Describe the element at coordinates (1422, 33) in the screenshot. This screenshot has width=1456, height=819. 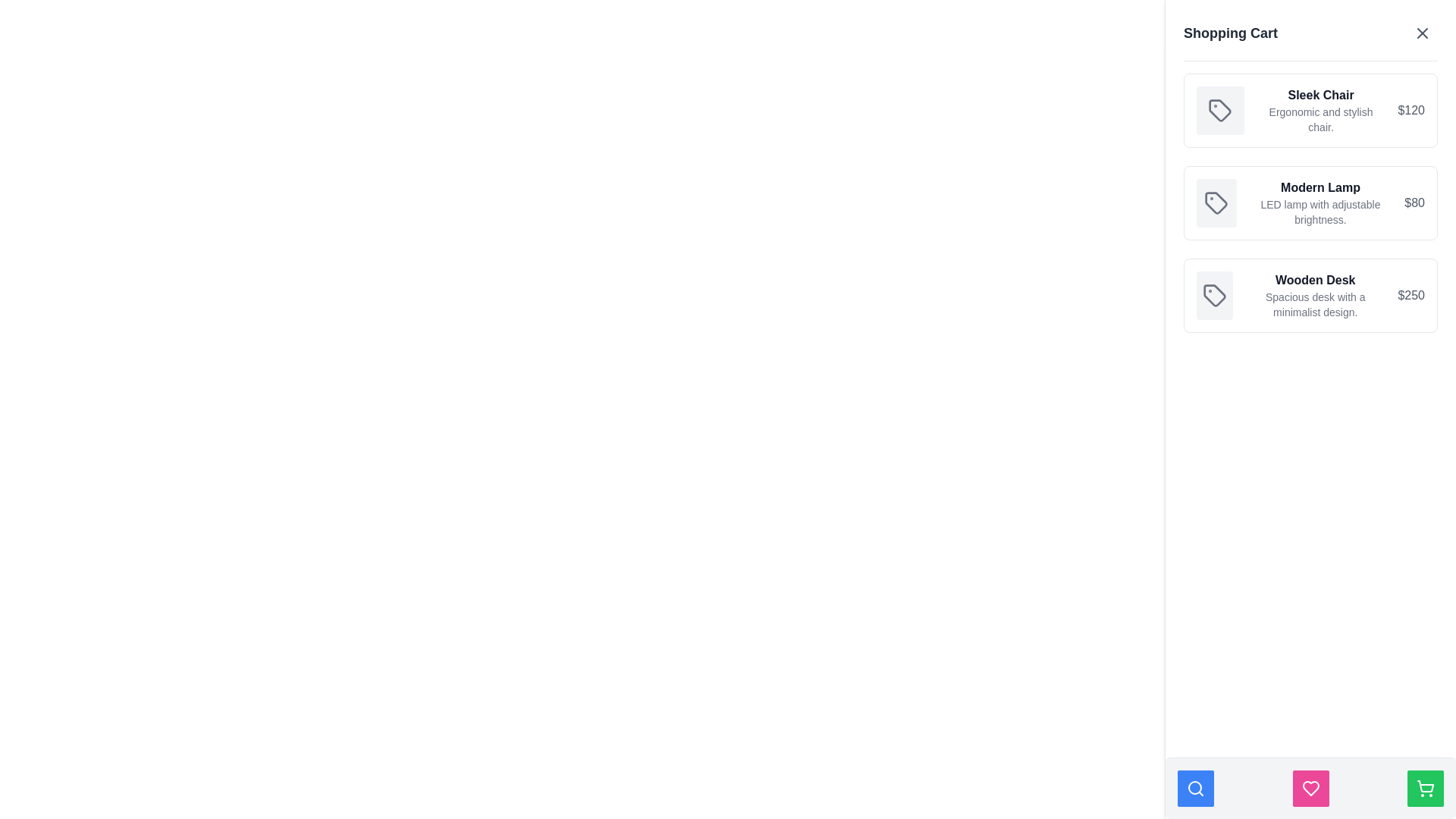
I see `the closure icon button located at the top-right of the shopping cart header to hide or close the cart interface` at that location.